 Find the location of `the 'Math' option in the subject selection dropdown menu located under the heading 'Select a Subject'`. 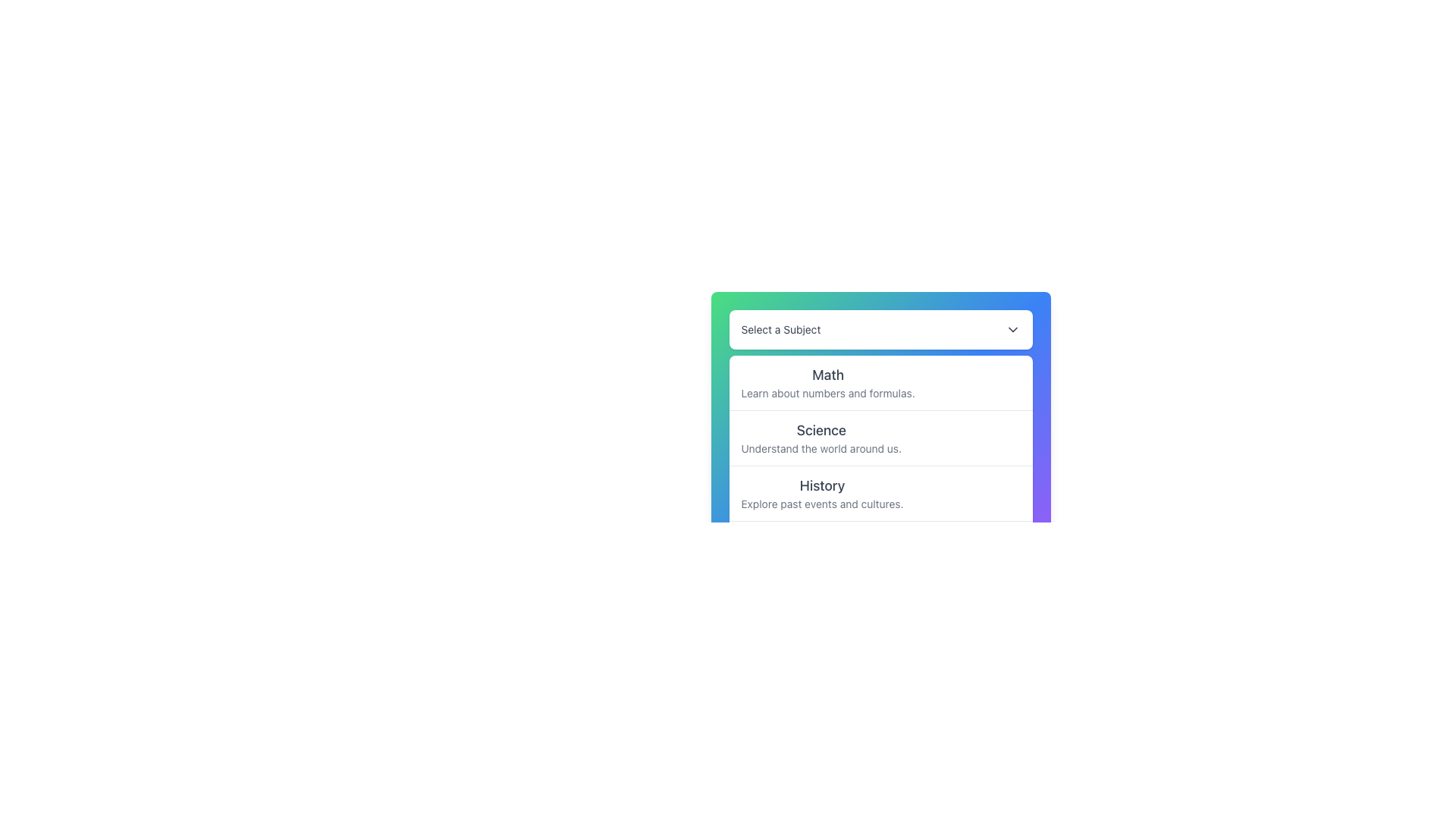

the 'Math' option in the subject selection dropdown menu located under the heading 'Select a Subject' is located at coordinates (880, 382).